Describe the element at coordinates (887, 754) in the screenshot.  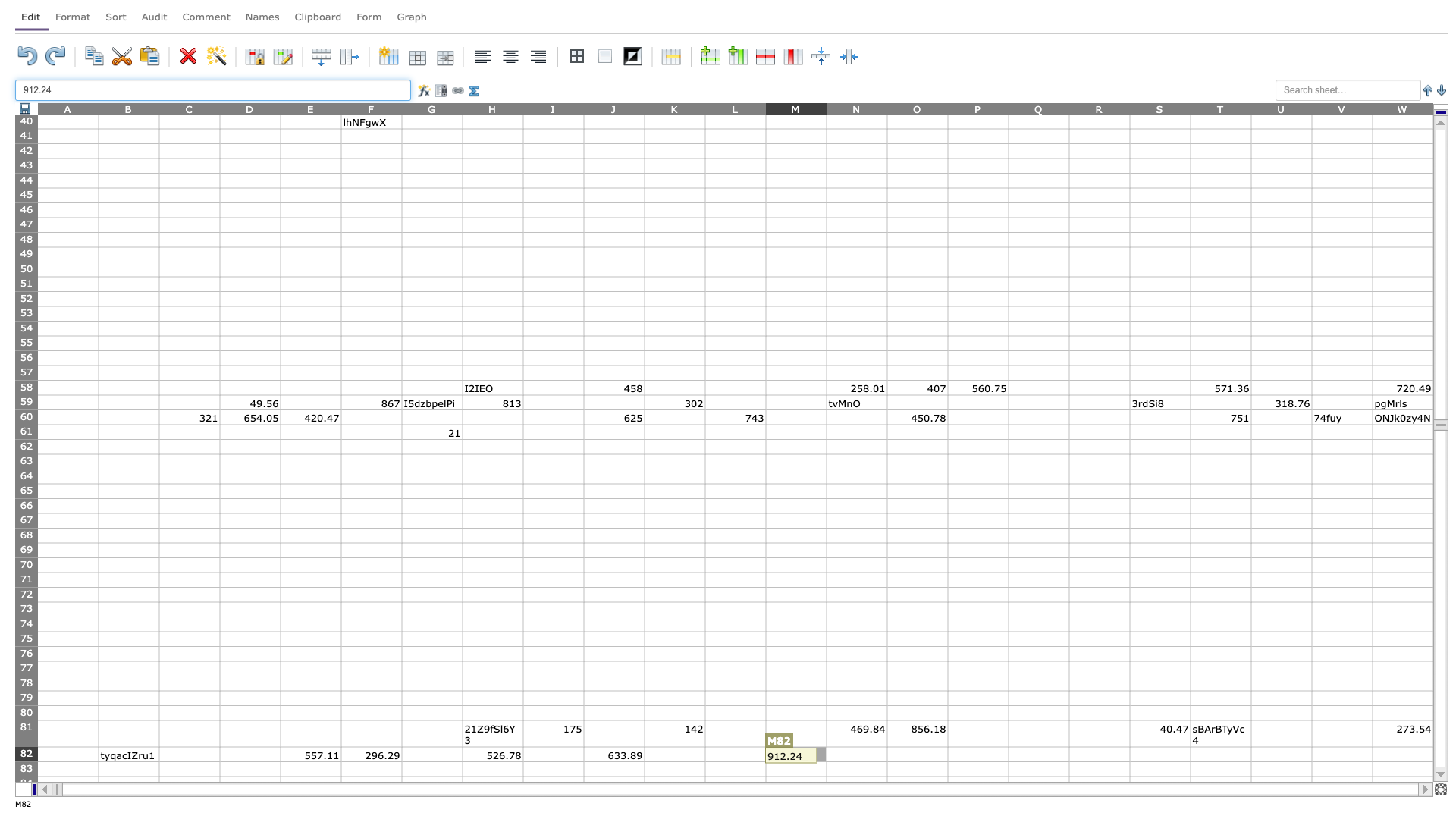
I see `Right side of cell N82` at that location.